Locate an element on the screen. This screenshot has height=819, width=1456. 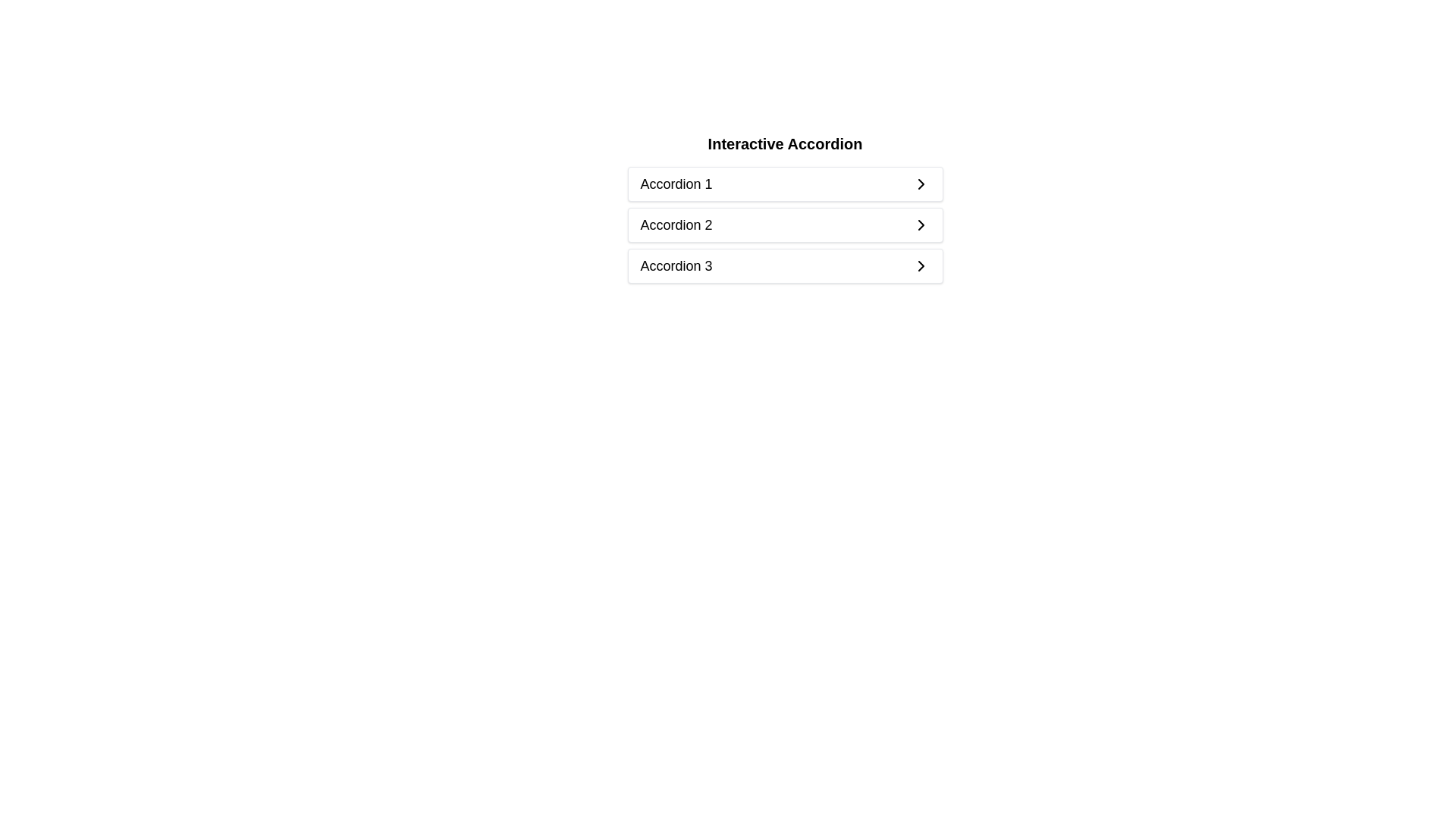
the rightward-pointing chevron-shaped icon located at the rightmost side of the first accordion item labeled 'Accordion 1' is located at coordinates (920, 184).